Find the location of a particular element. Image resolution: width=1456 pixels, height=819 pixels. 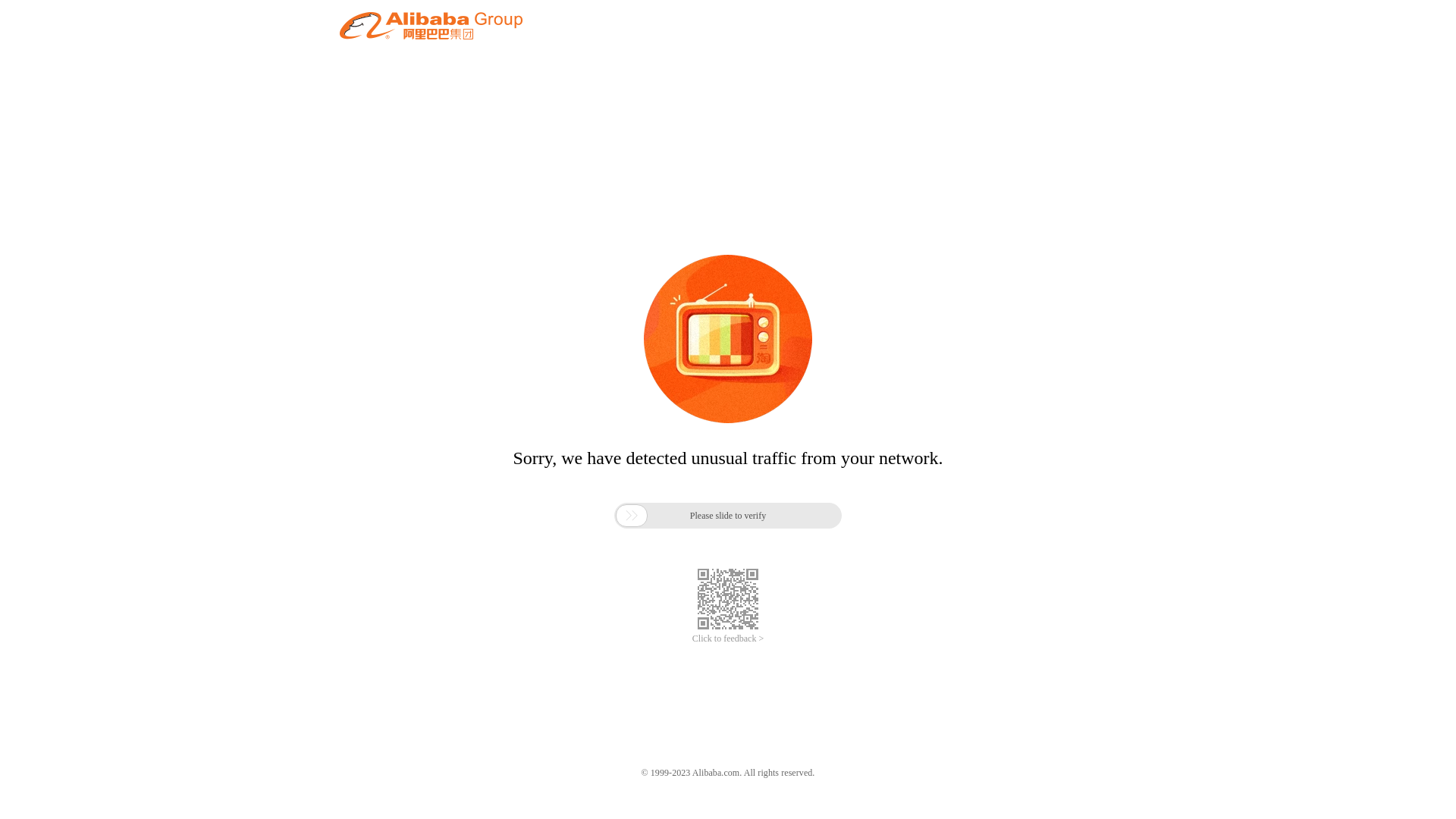

'Click to feedback >' is located at coordinates (728, 639).